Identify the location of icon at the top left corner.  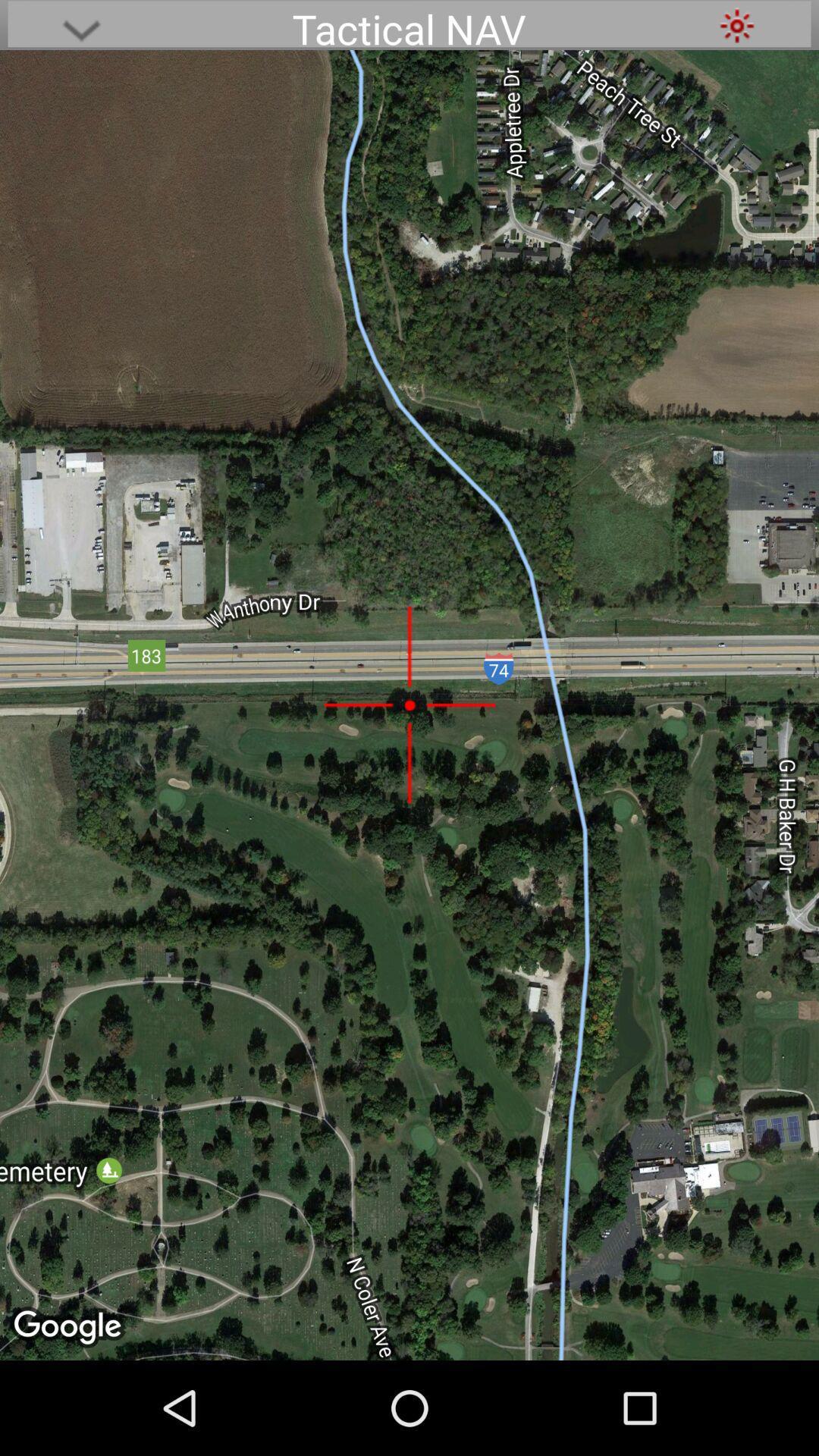
(81, 25).